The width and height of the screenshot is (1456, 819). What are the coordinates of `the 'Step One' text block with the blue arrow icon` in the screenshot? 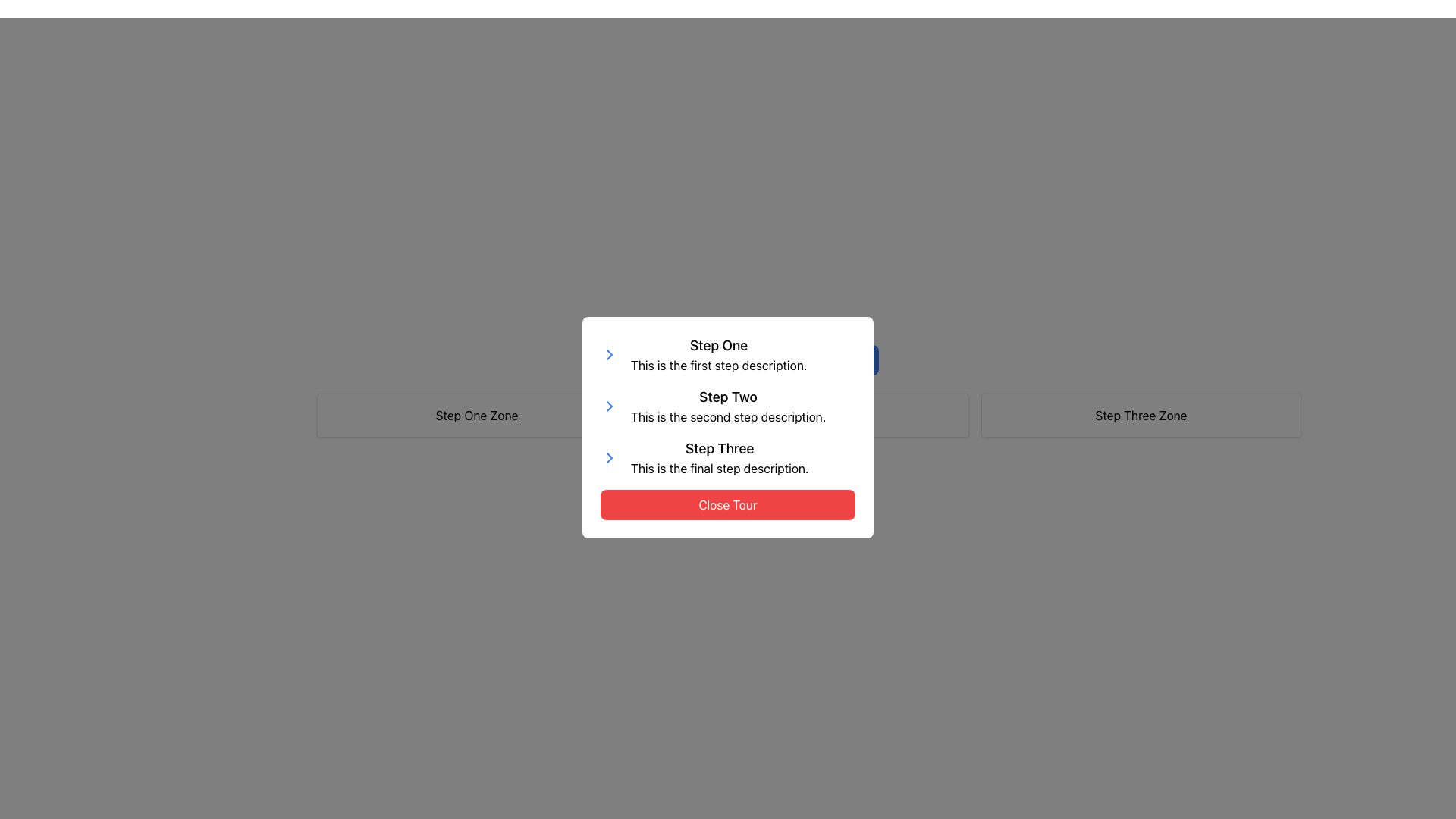 It's located at (728, 354).